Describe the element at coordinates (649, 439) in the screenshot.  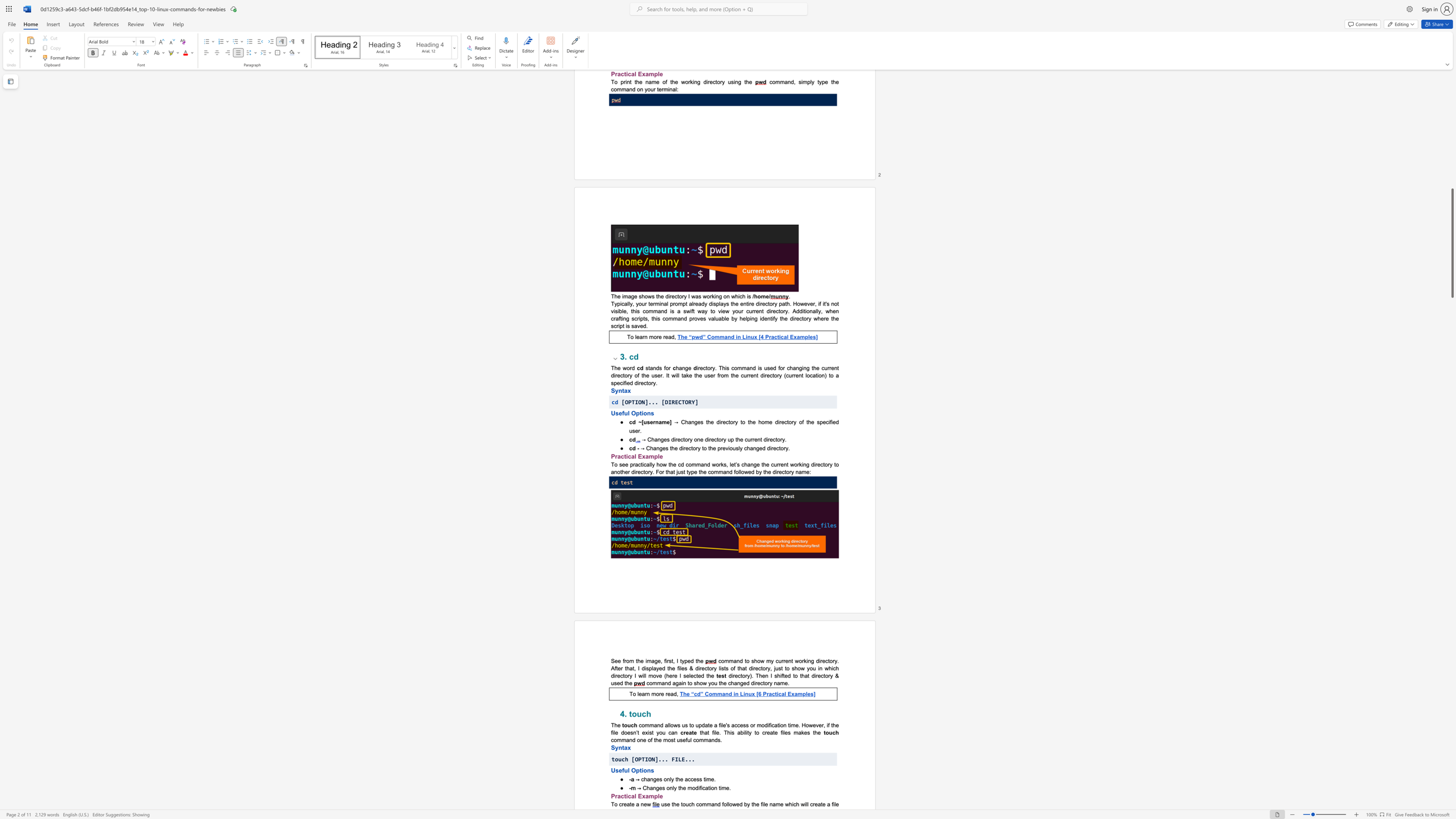
I see `the 1th character "C" in the text` at that location.